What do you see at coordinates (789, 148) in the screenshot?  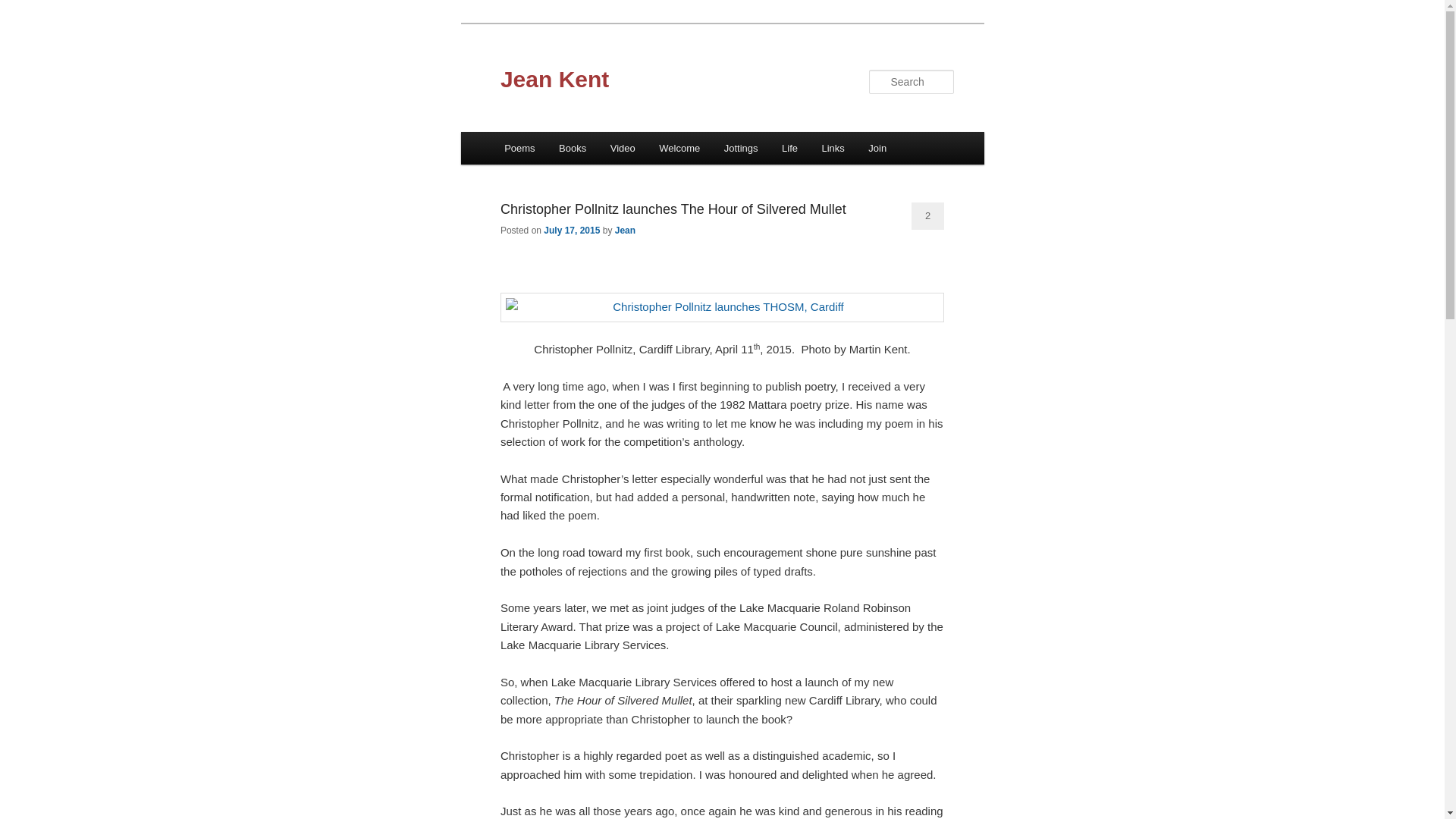 I see `'Life'` at bounding box center [789, 148].